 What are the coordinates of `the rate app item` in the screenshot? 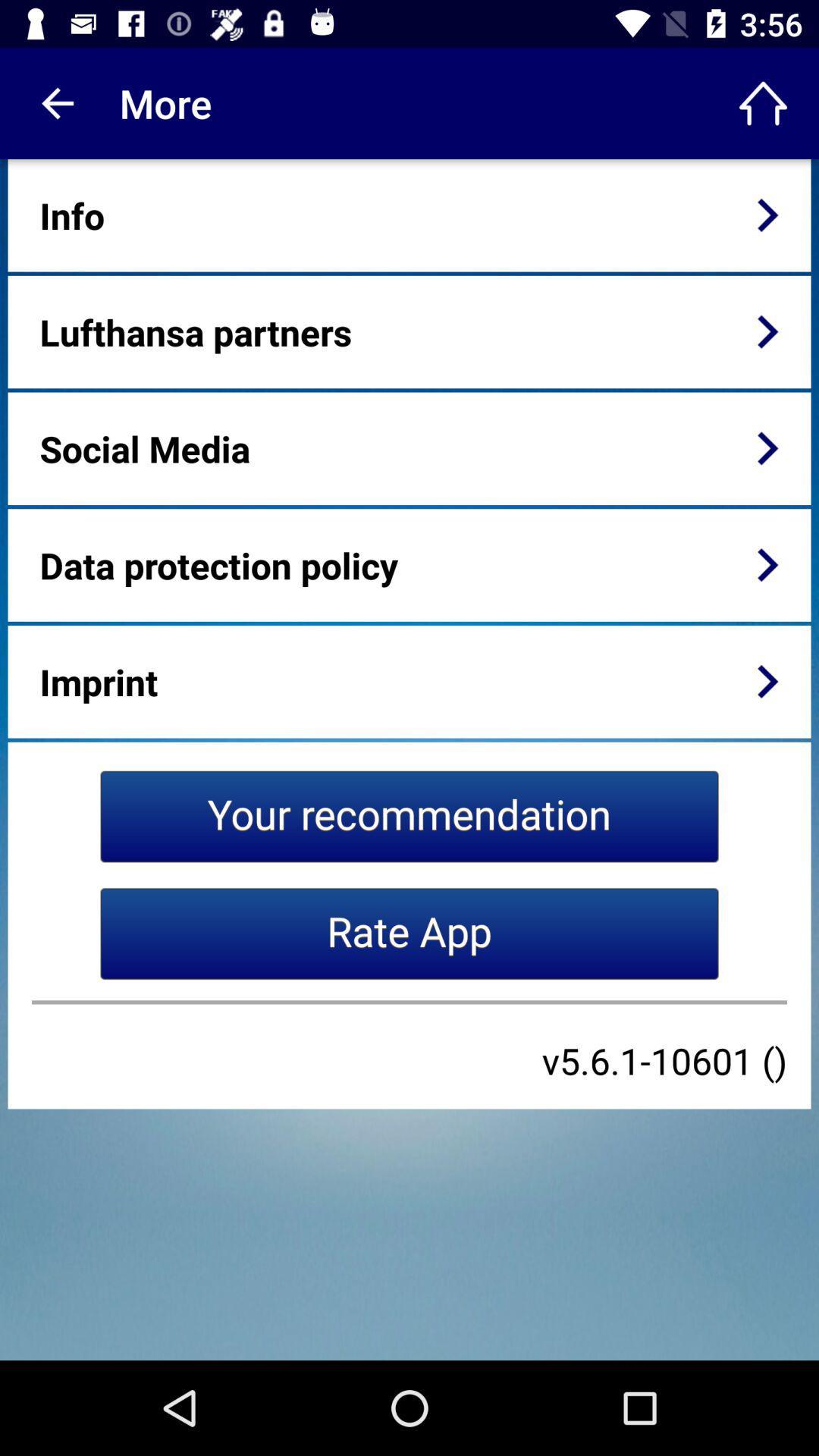 It's located at (409, 933).